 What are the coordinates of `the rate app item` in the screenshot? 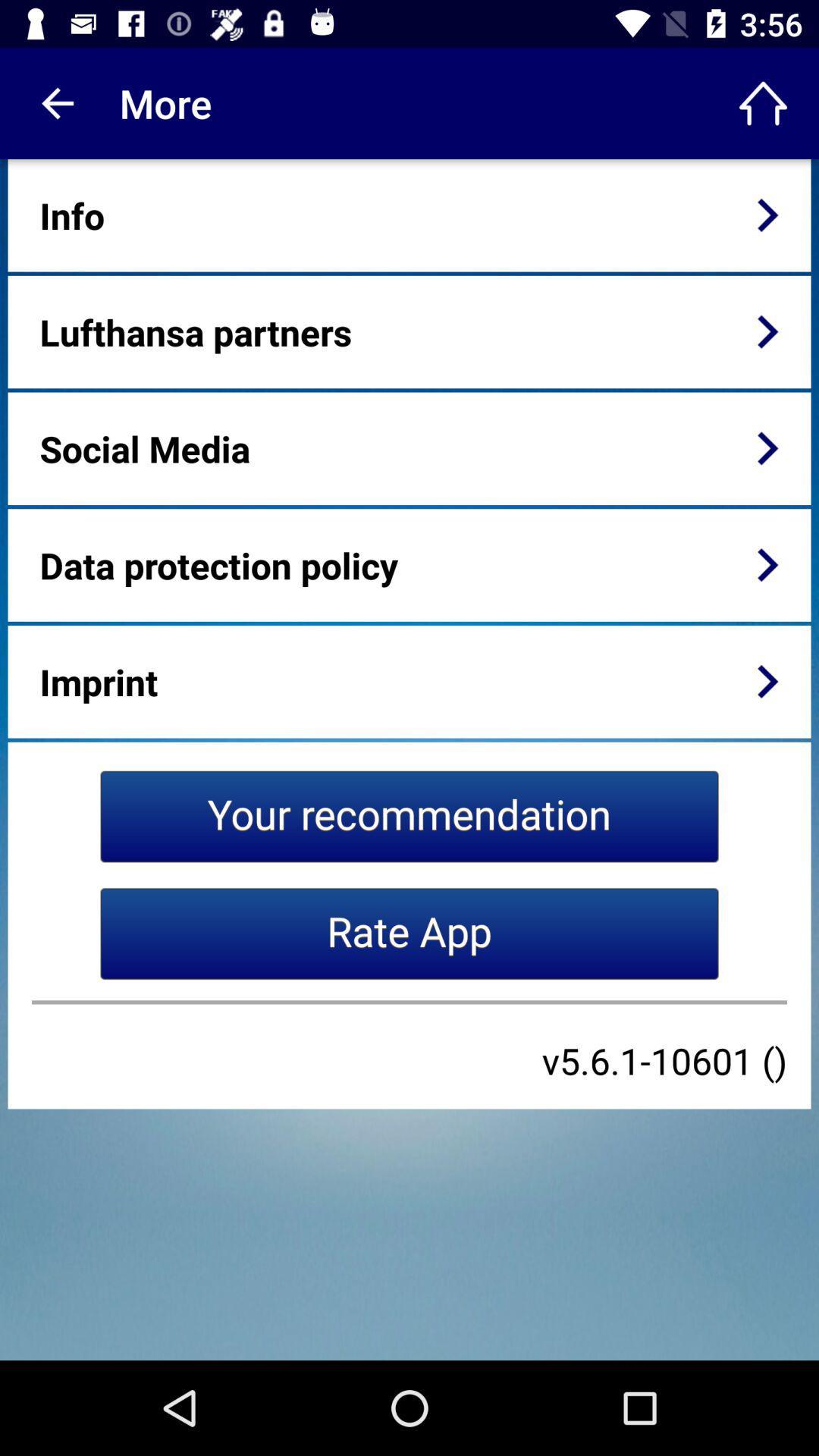 It's located at (409, 933).